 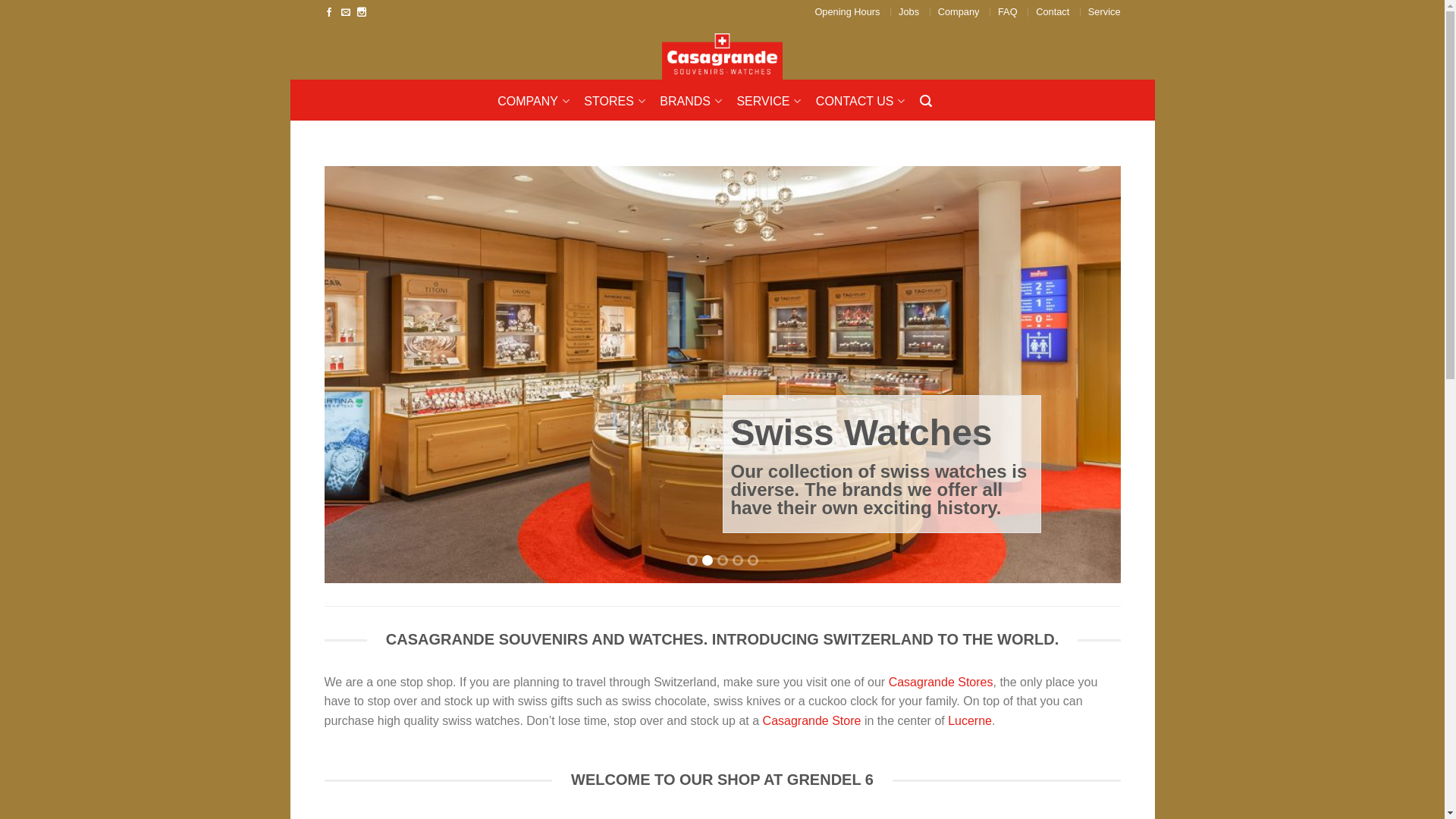 What do you see at coordinates (1008, 11) in the screenshot?
I see `'FAQ'` at bounding box center [1008, 11].